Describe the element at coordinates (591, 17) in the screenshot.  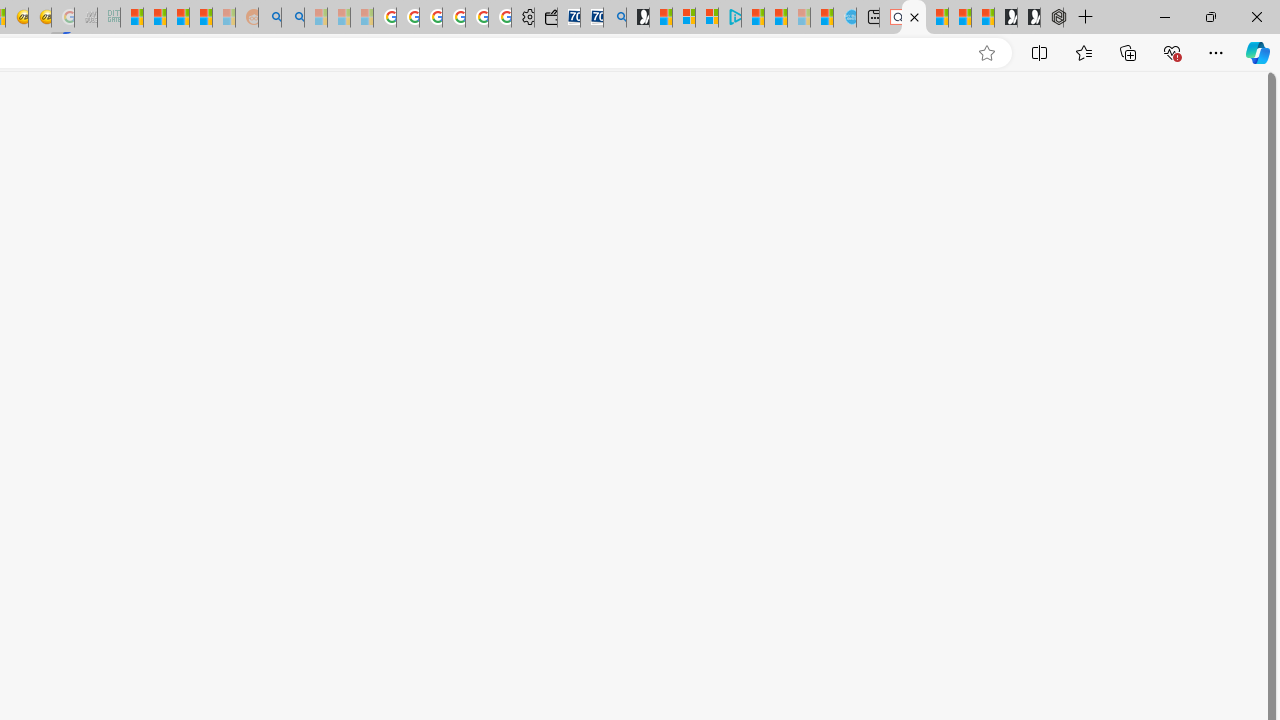
I see `'Cheap Car Rentals - Save70.com'` at that location.